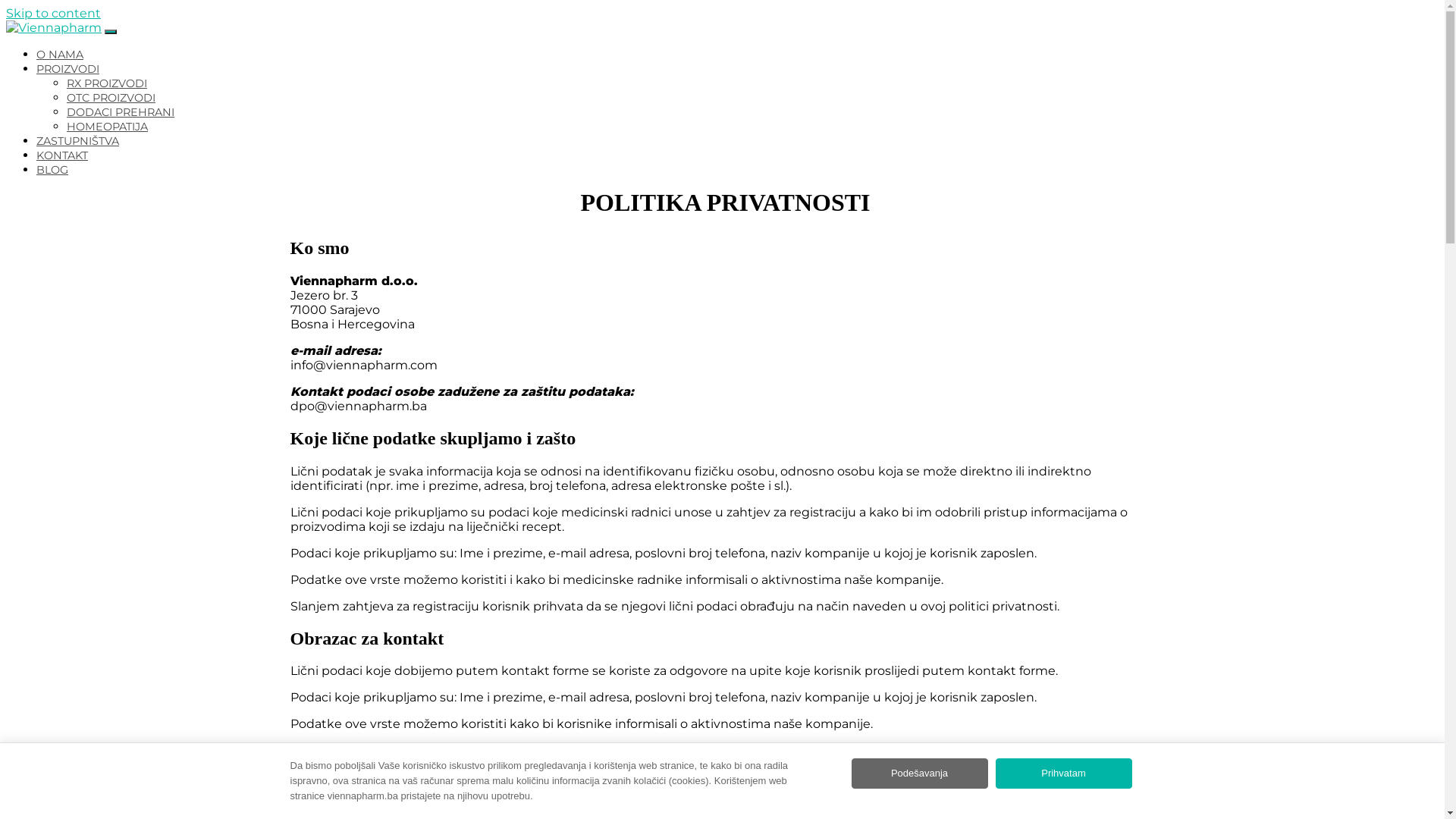 The image size is (1456, 819). I want to click on 'RX PROIZVODI', so click(105, 83).